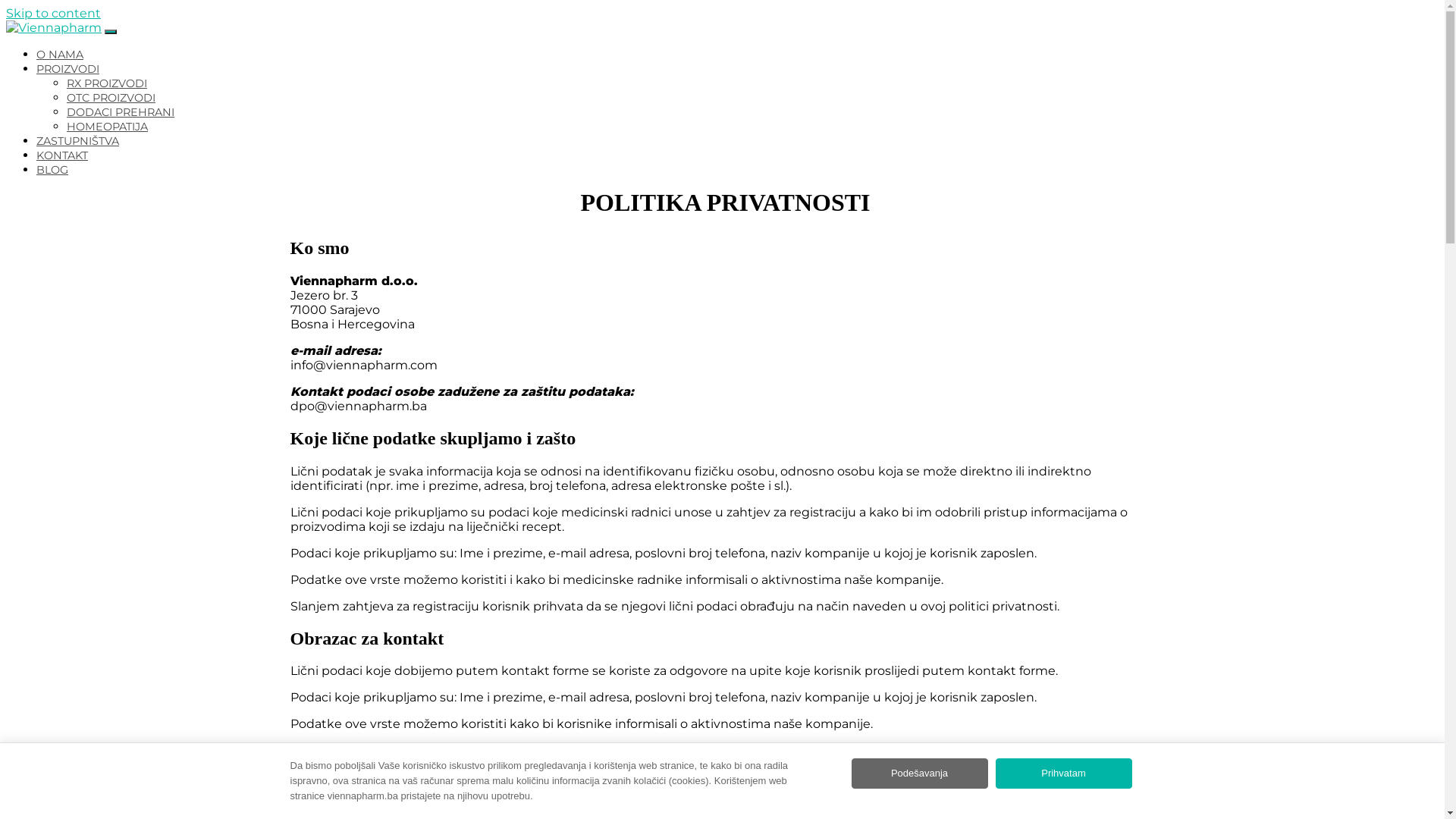 The image size is (1456, 819). I want to click on 'RX PROIZVODI', so click(105, 83).